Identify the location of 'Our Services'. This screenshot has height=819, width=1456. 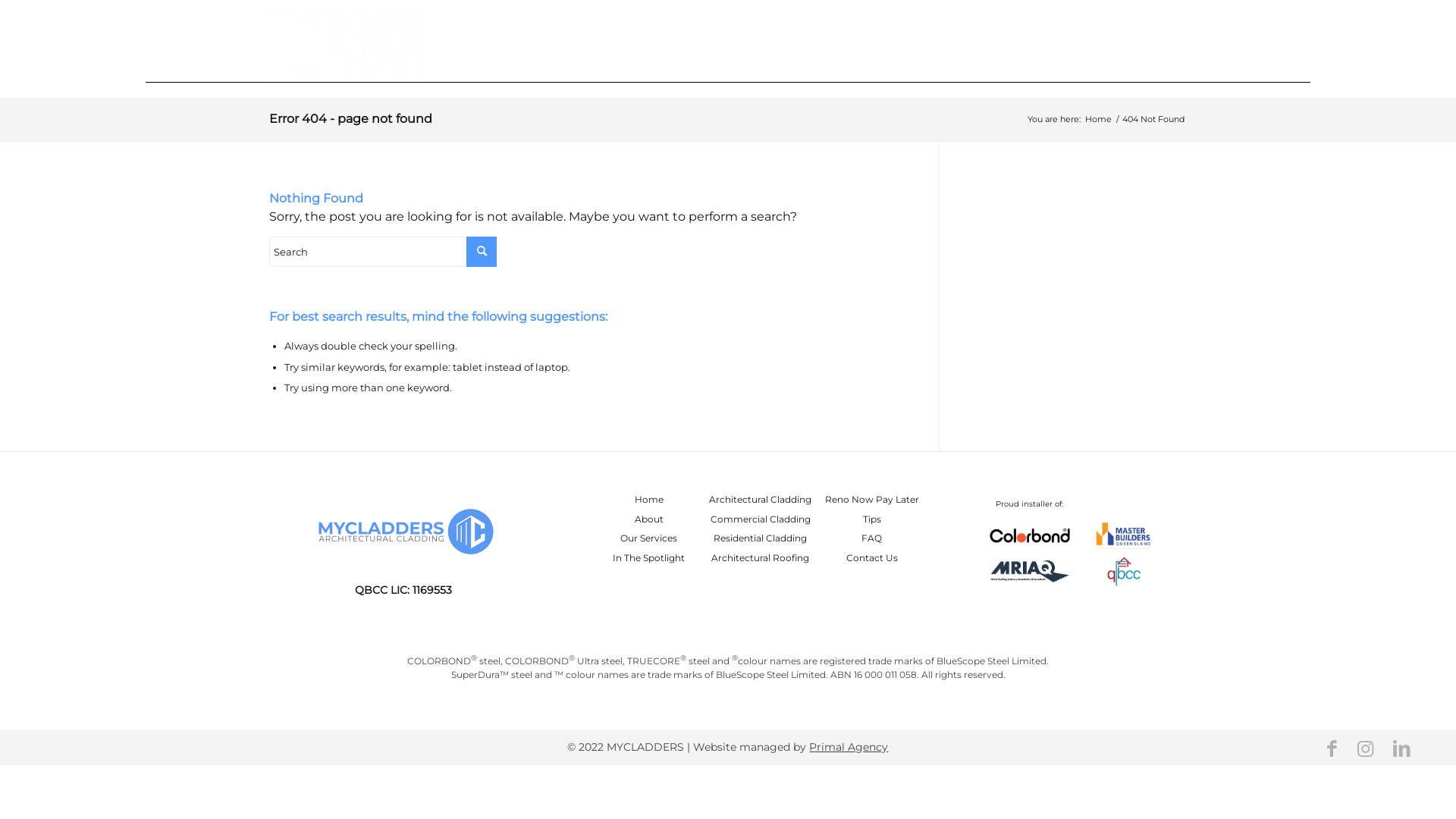
(1000, 45).